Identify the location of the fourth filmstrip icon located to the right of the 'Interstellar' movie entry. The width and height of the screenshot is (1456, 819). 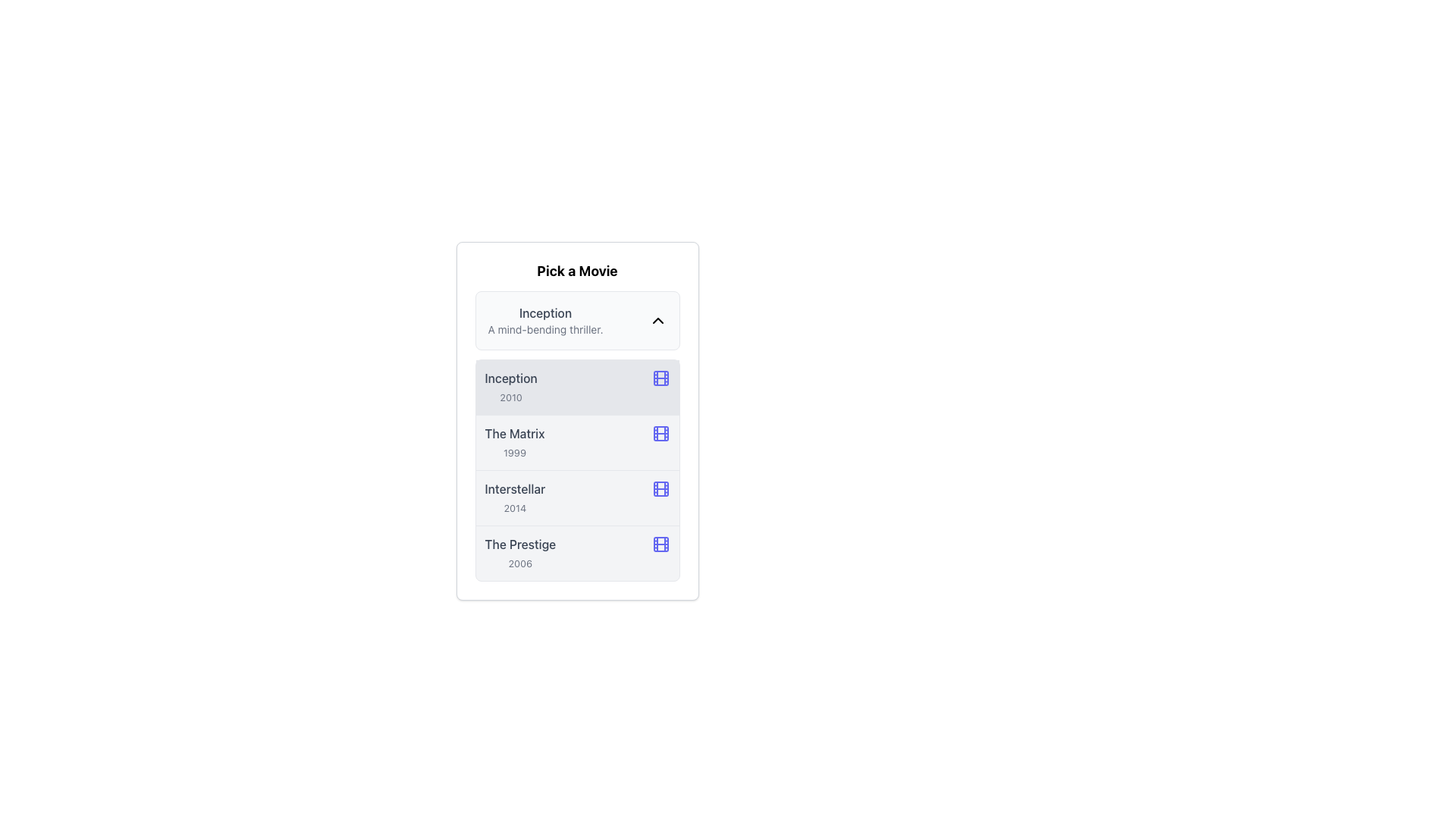
(661, 488).